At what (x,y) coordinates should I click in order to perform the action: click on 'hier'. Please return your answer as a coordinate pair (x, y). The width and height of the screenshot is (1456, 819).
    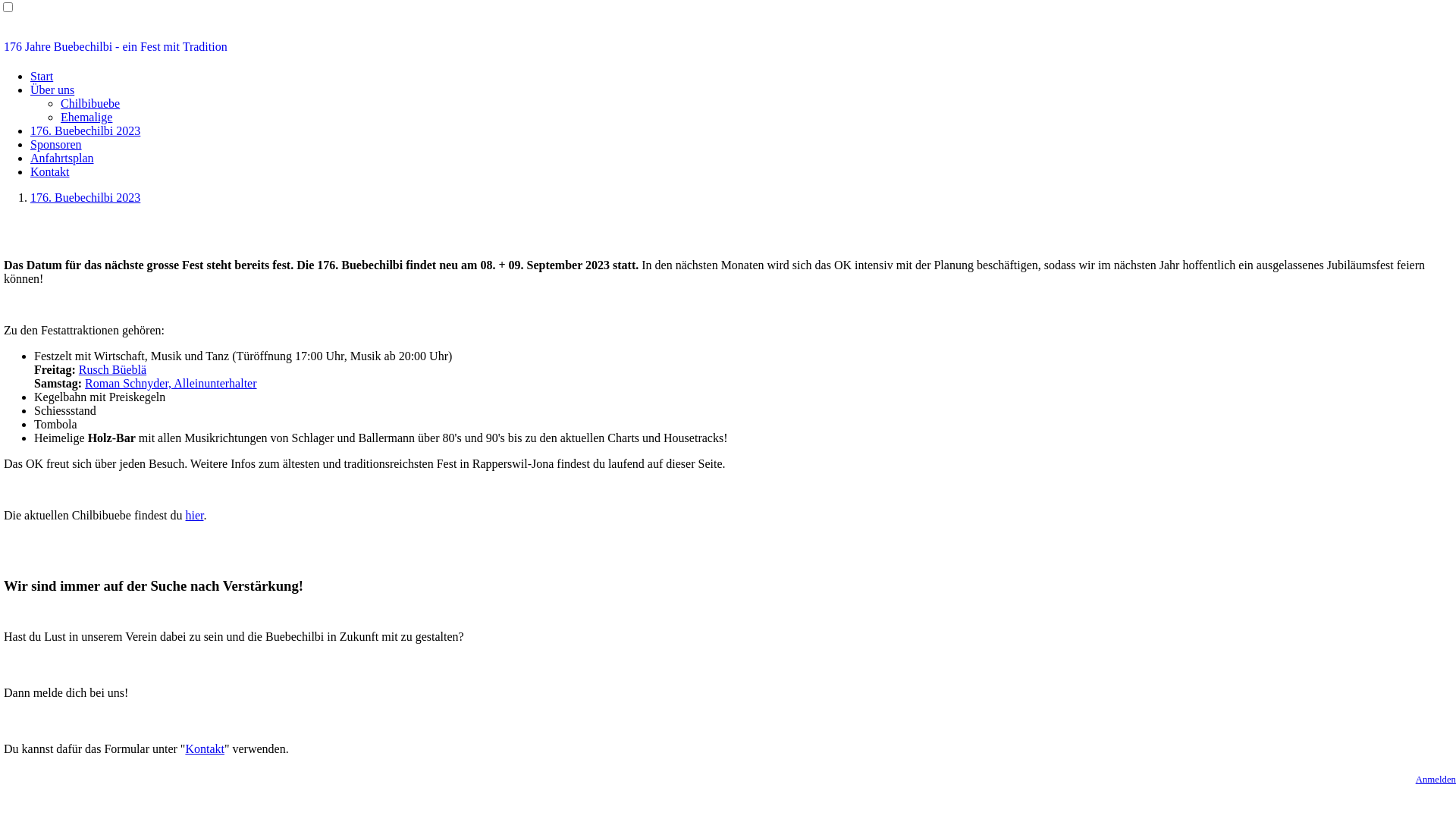
    Looking at the image, I should click on (193, 514).